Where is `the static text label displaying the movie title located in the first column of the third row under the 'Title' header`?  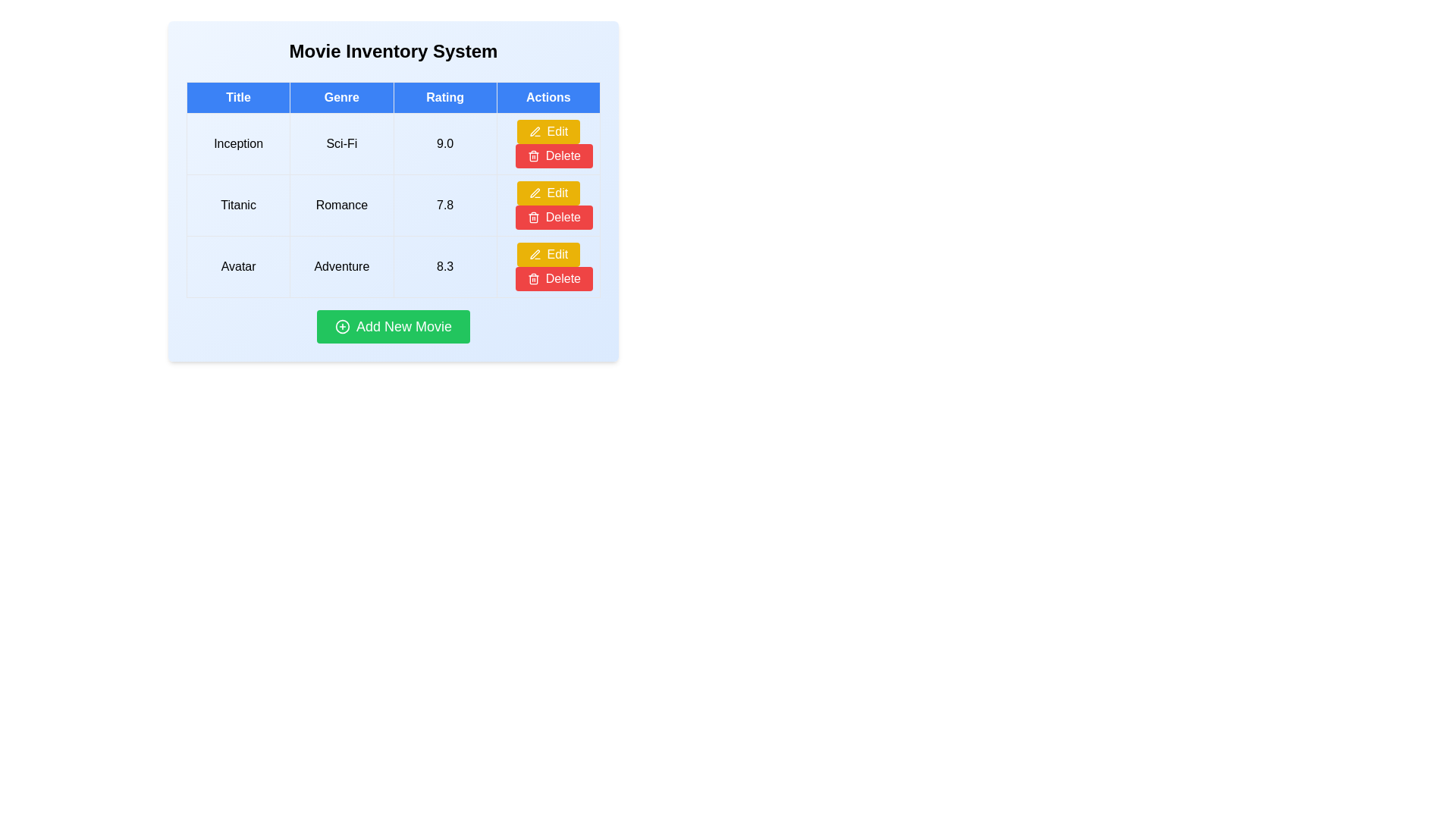
the static text label displaying the movie title located in the first column of the third row under the 'Title' header is located at coordinates (237, 265).